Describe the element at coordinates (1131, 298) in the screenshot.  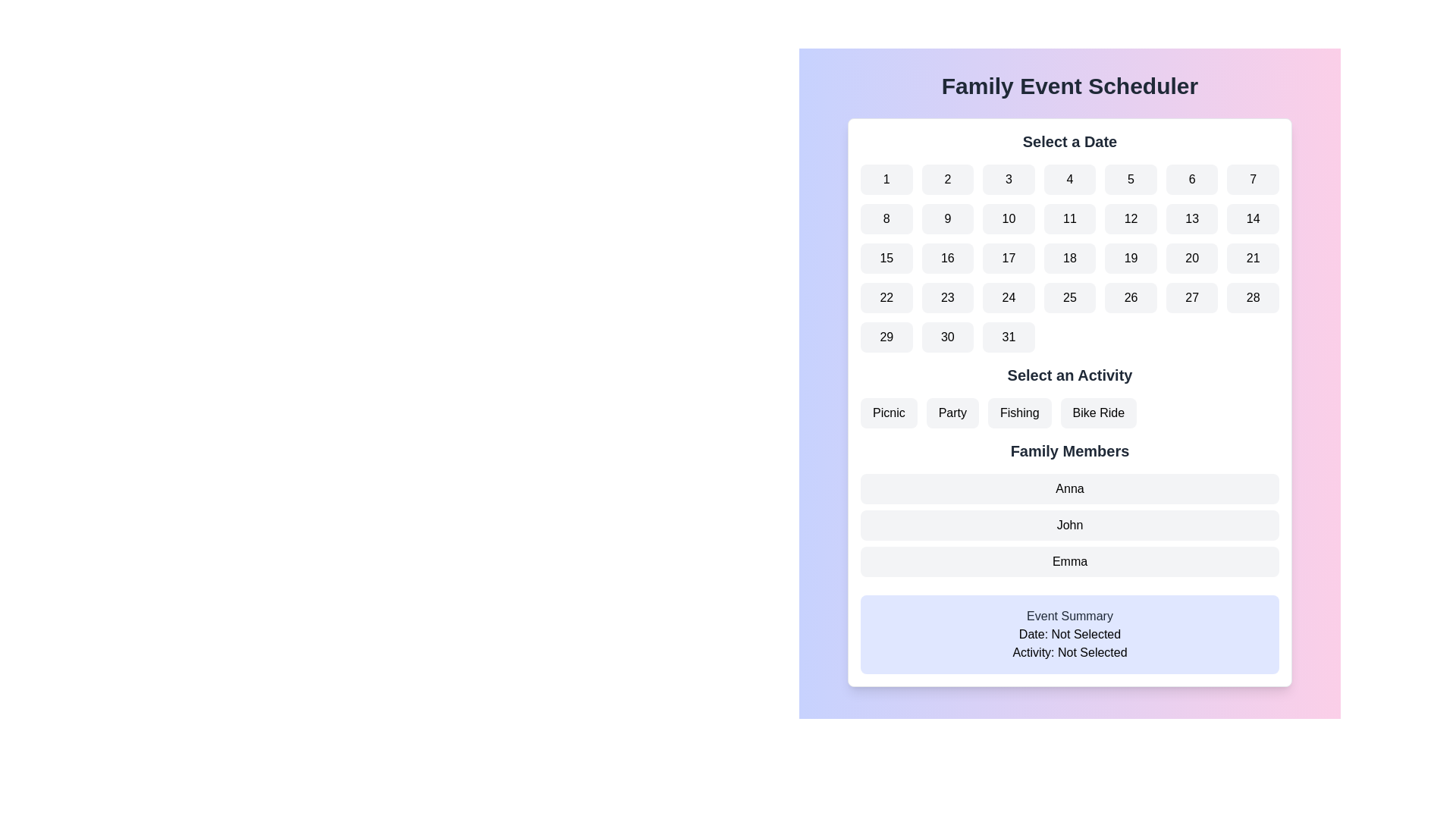
I see `the selectable date button marked '26' in the date picker calendar` at that location.